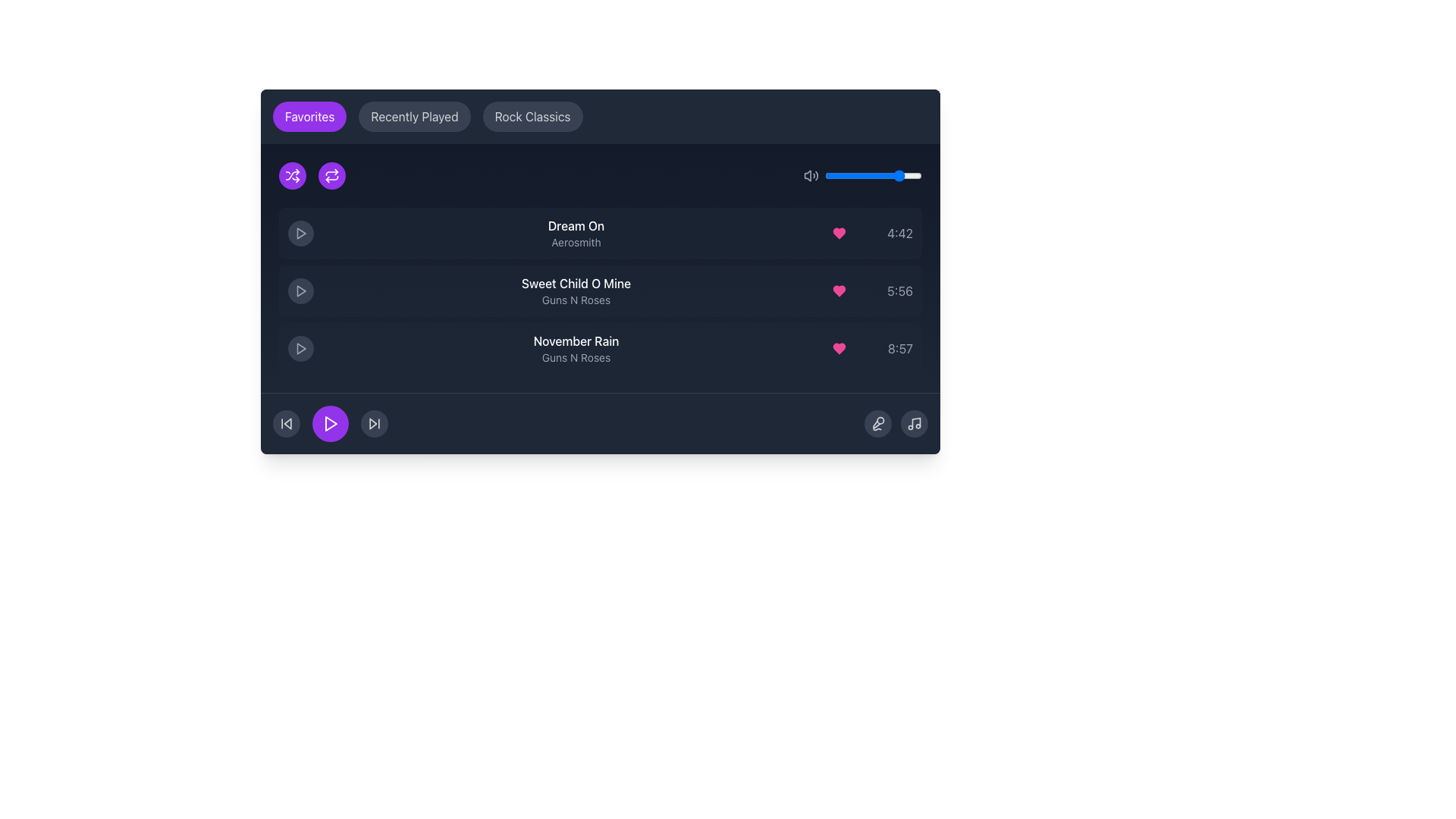 The image size is (1456, 819). What do you see at coordinates (375, 424) in the screenshot?
I see `the circular button with a dark gray background and a white forward skip icon to skip to the next track` at bounding box center [375, 424].